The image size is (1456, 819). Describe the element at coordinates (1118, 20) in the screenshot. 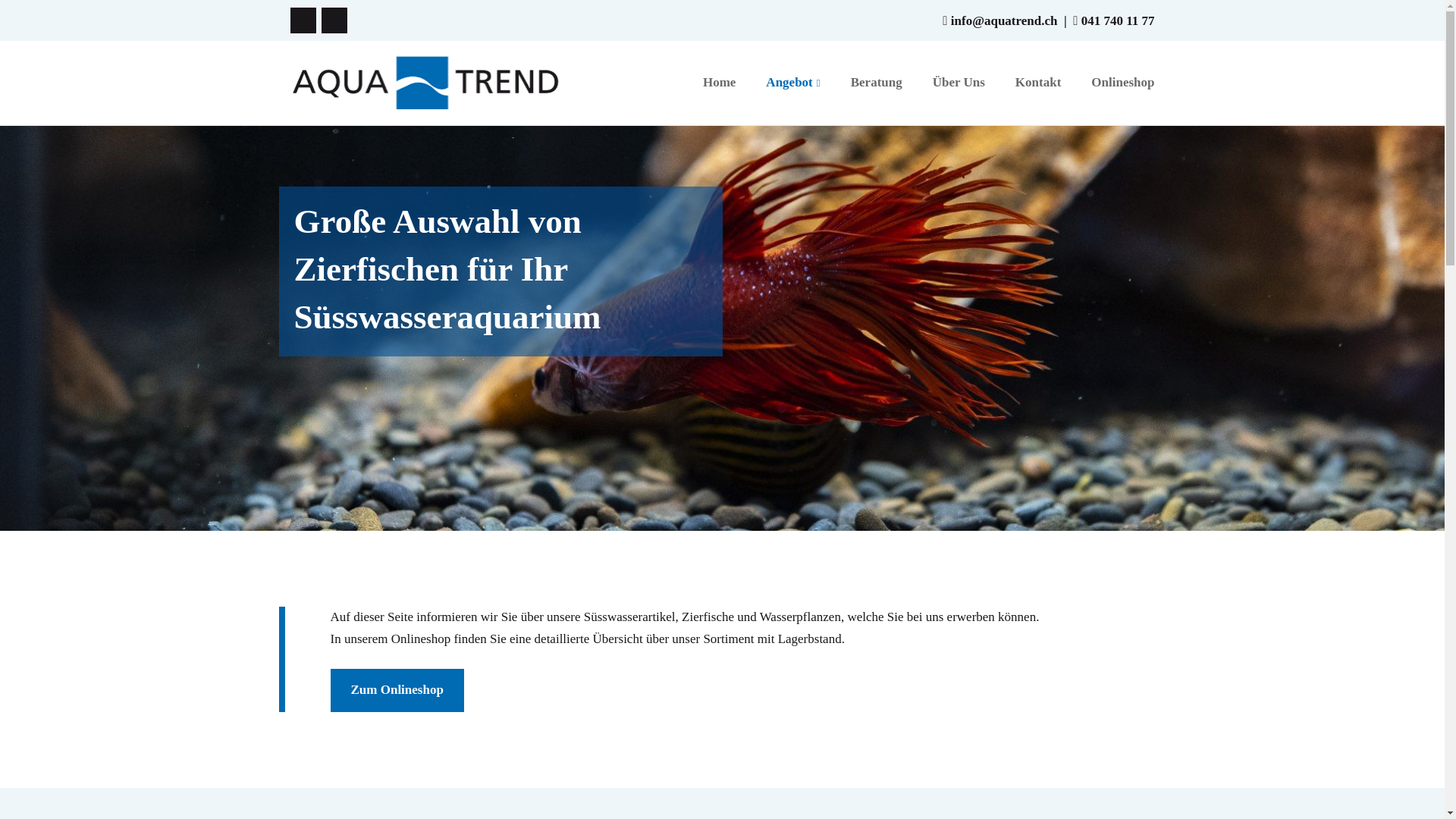

I see `'041 740 11 77'` at that location.